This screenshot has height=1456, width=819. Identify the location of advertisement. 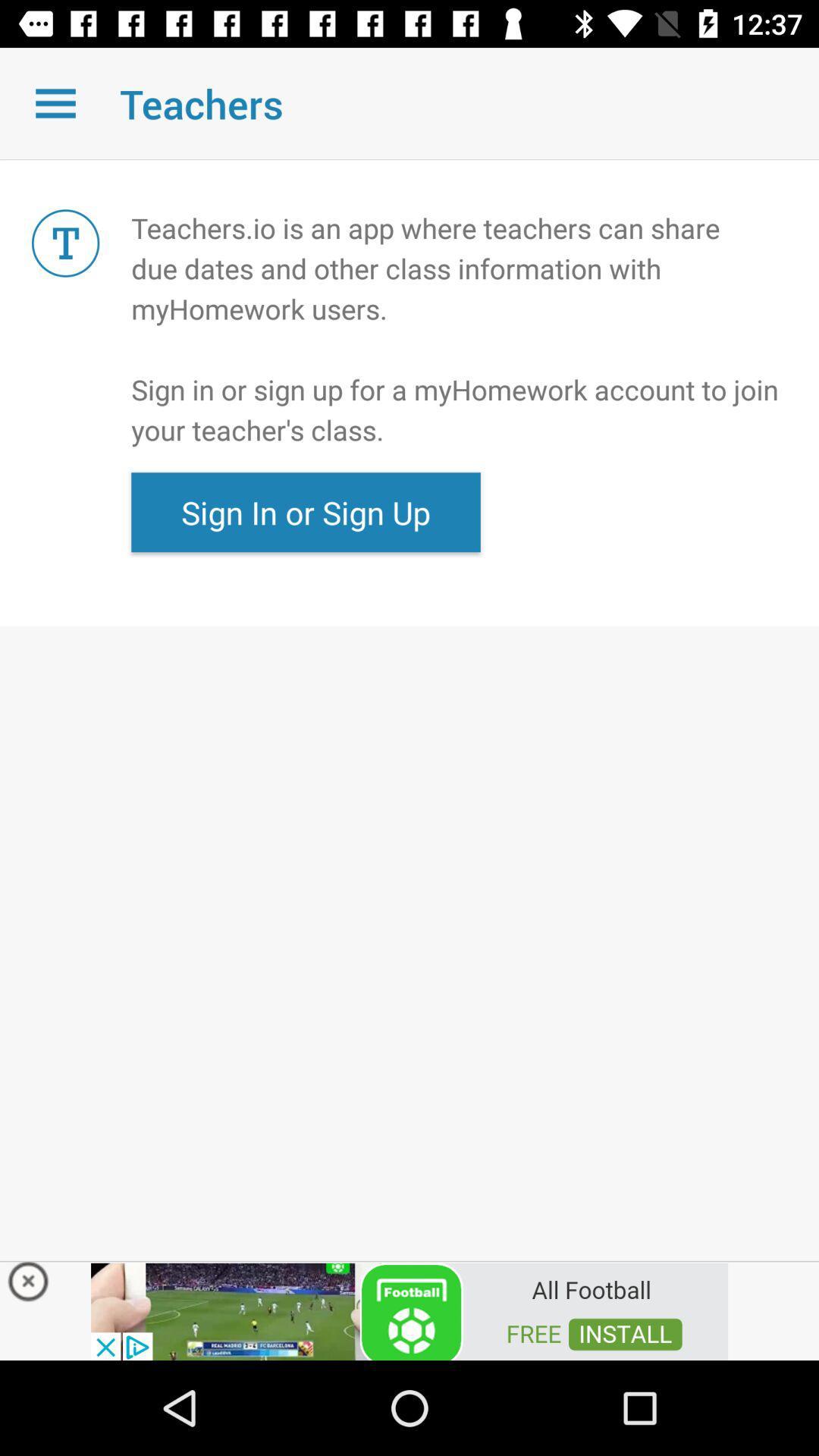
(409, 1310).